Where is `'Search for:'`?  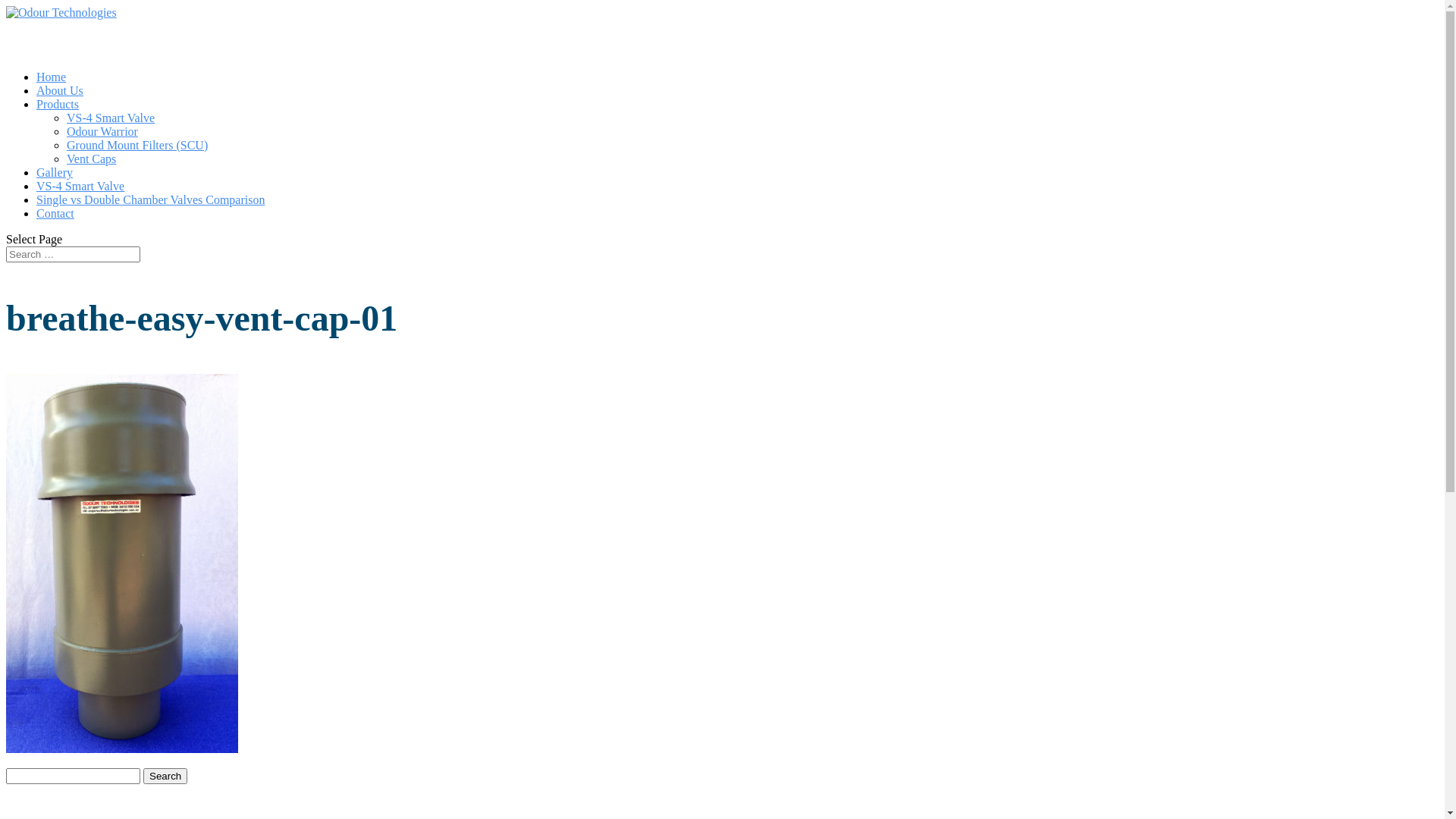
'Search for:' is located at coordinates (72, 253).